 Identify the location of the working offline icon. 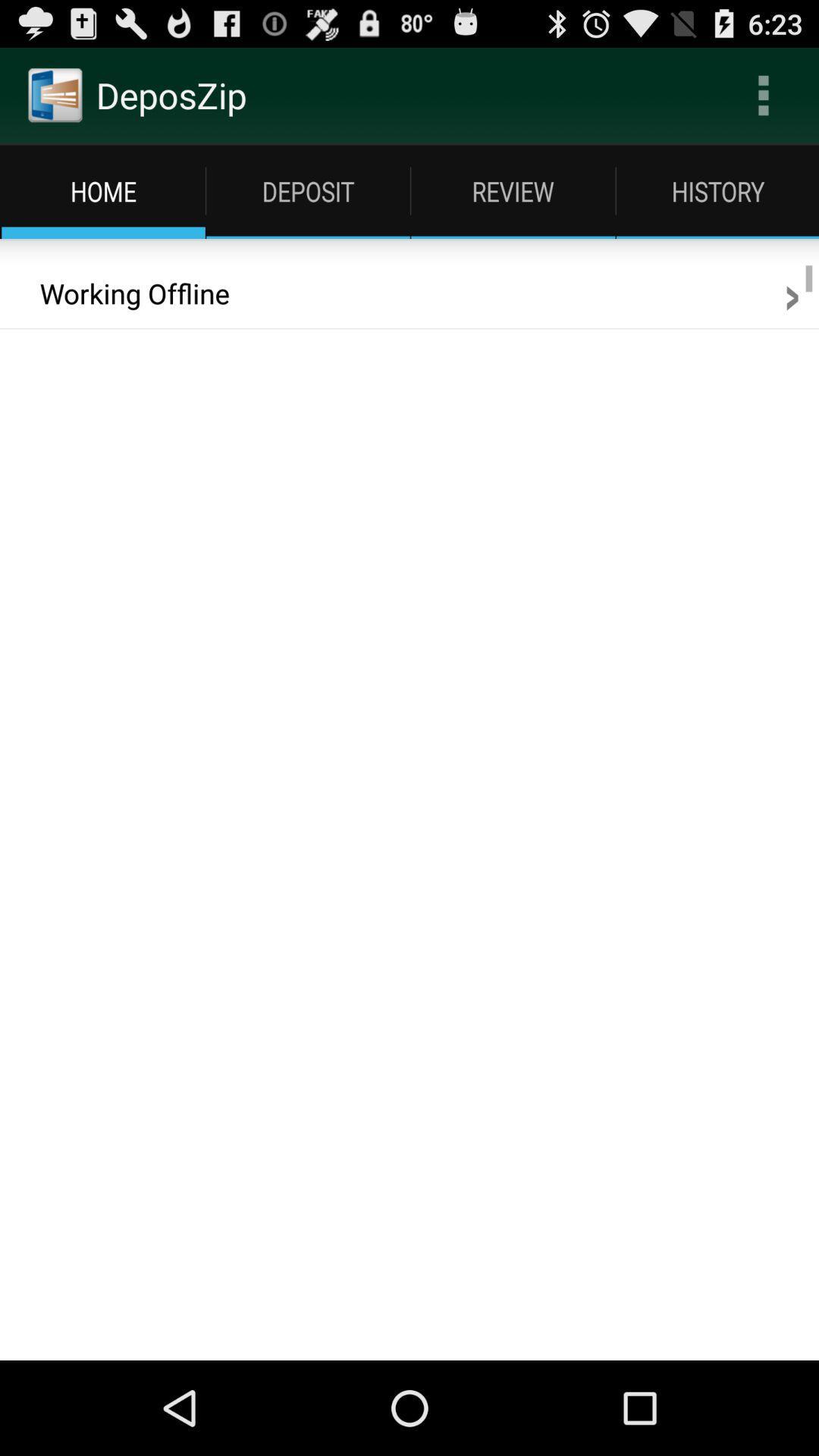
(124, 293).